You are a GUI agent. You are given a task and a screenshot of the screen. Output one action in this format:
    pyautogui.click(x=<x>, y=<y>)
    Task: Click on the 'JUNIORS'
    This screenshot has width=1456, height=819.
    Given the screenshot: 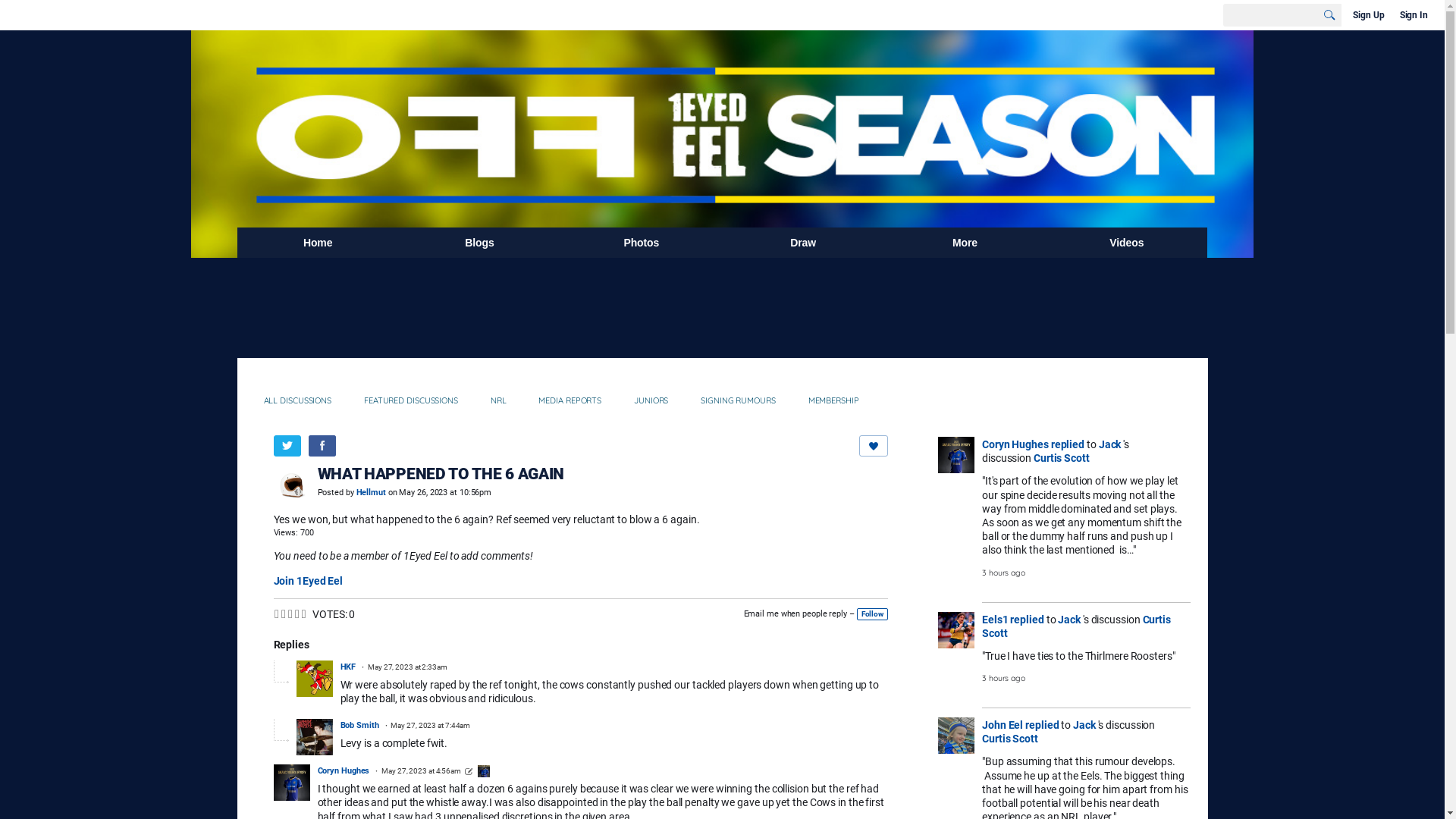 What is the action you would take?
    pyautogui.click(x=626, y=400)
    